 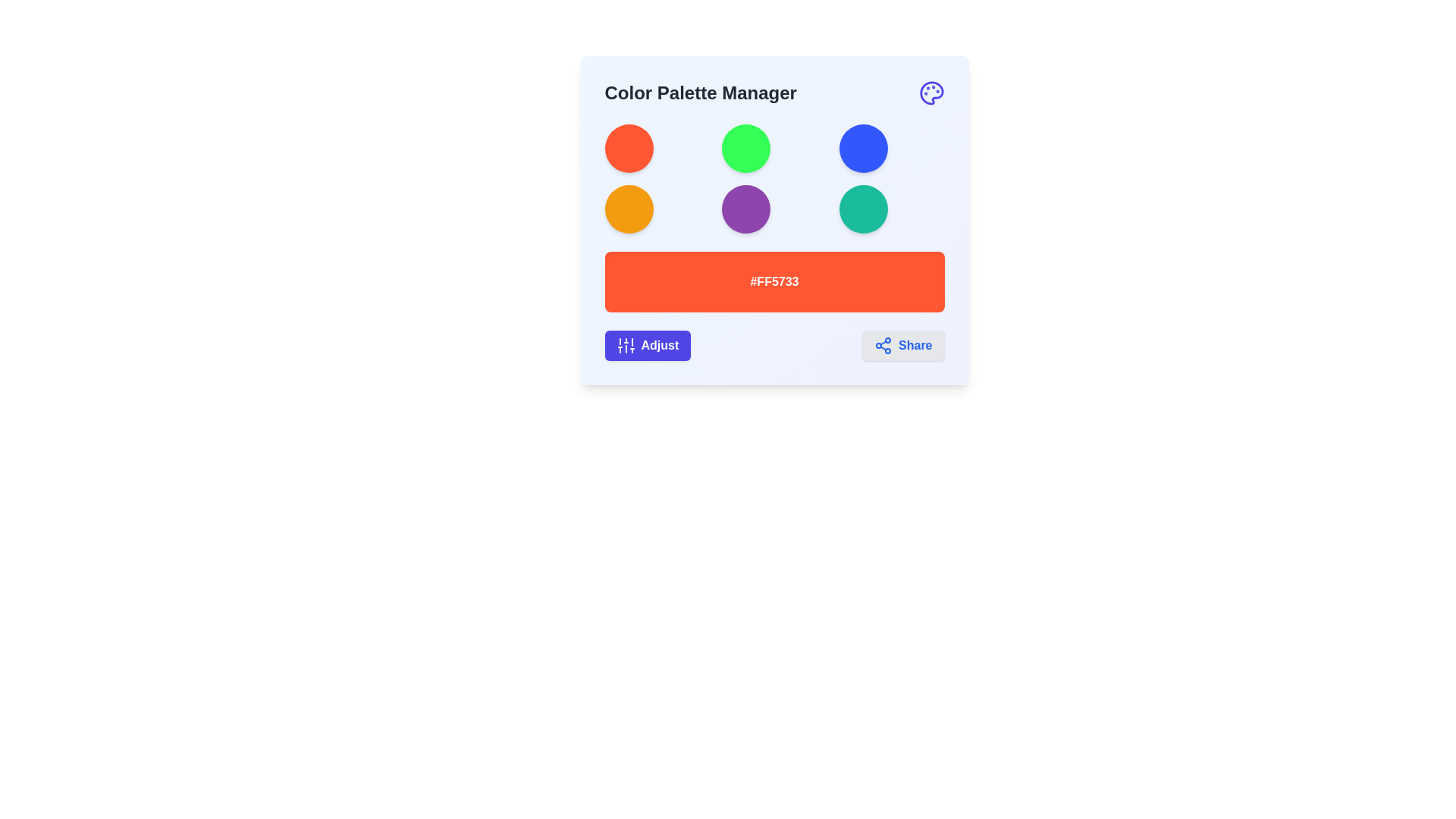 I want to click on the circular purple button in the second row and second column of the grid, so click(x=746, y=209).